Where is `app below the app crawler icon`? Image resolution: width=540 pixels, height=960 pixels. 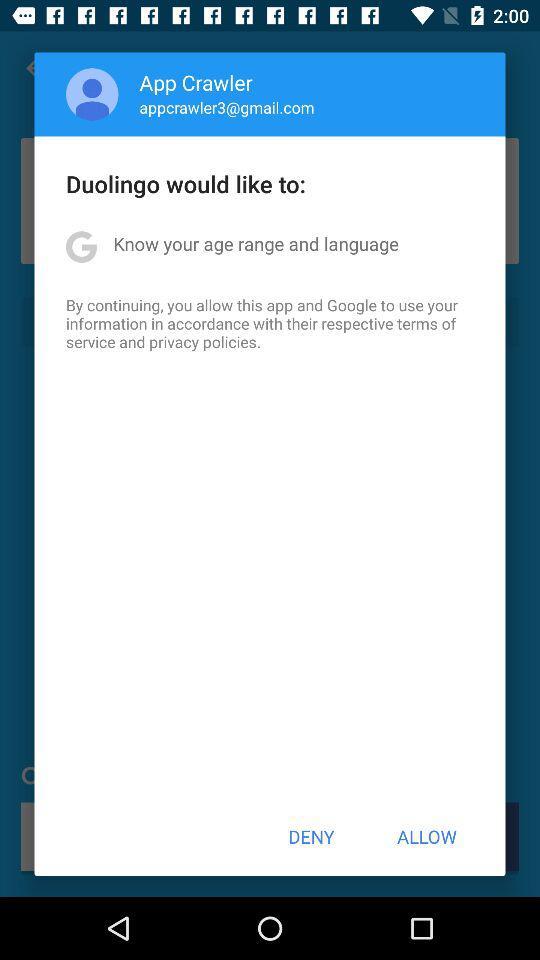 app below the app crawler icon is located at coordinates (226, 107).